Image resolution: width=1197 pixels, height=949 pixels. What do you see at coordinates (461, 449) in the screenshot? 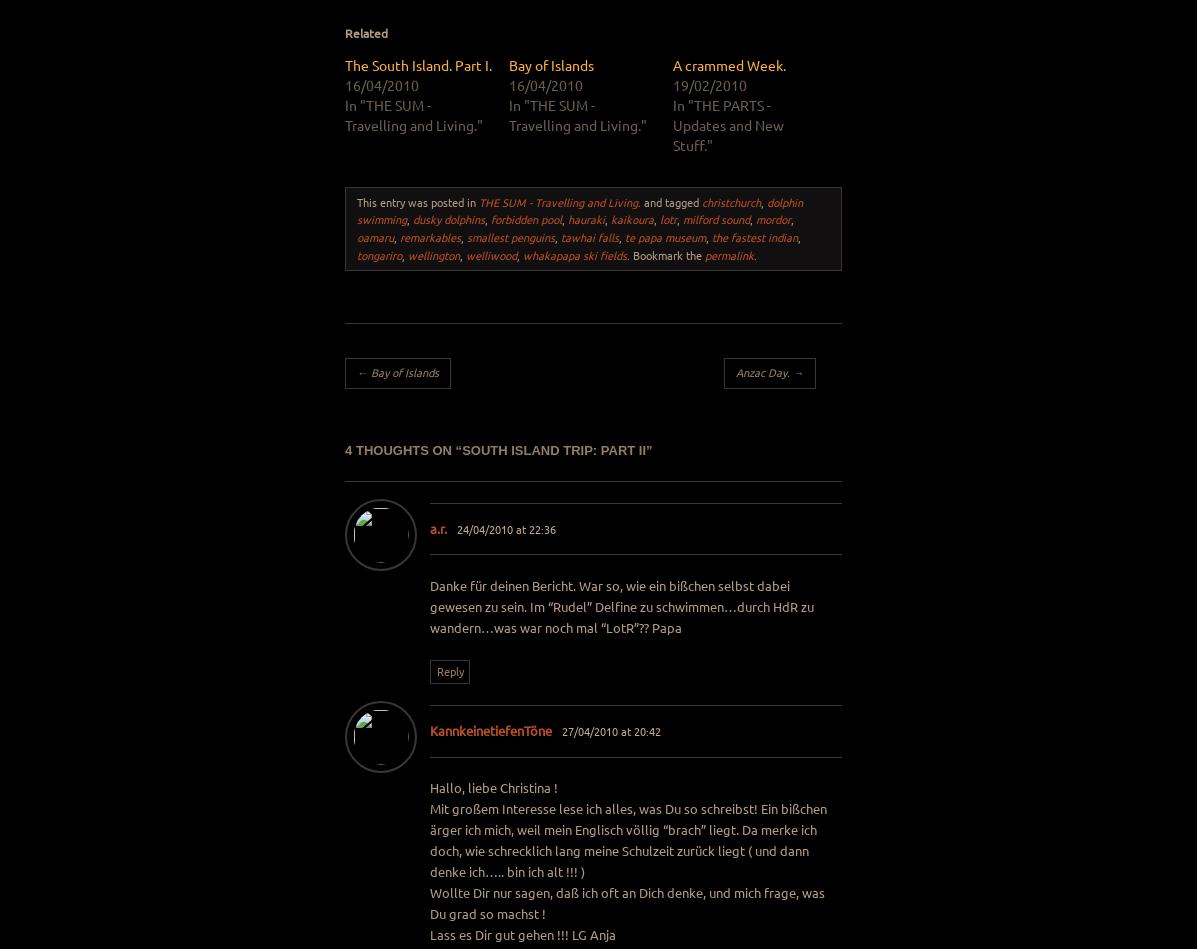
I see `'South Island Trip: Part II'` at bounding box center [461, 449].